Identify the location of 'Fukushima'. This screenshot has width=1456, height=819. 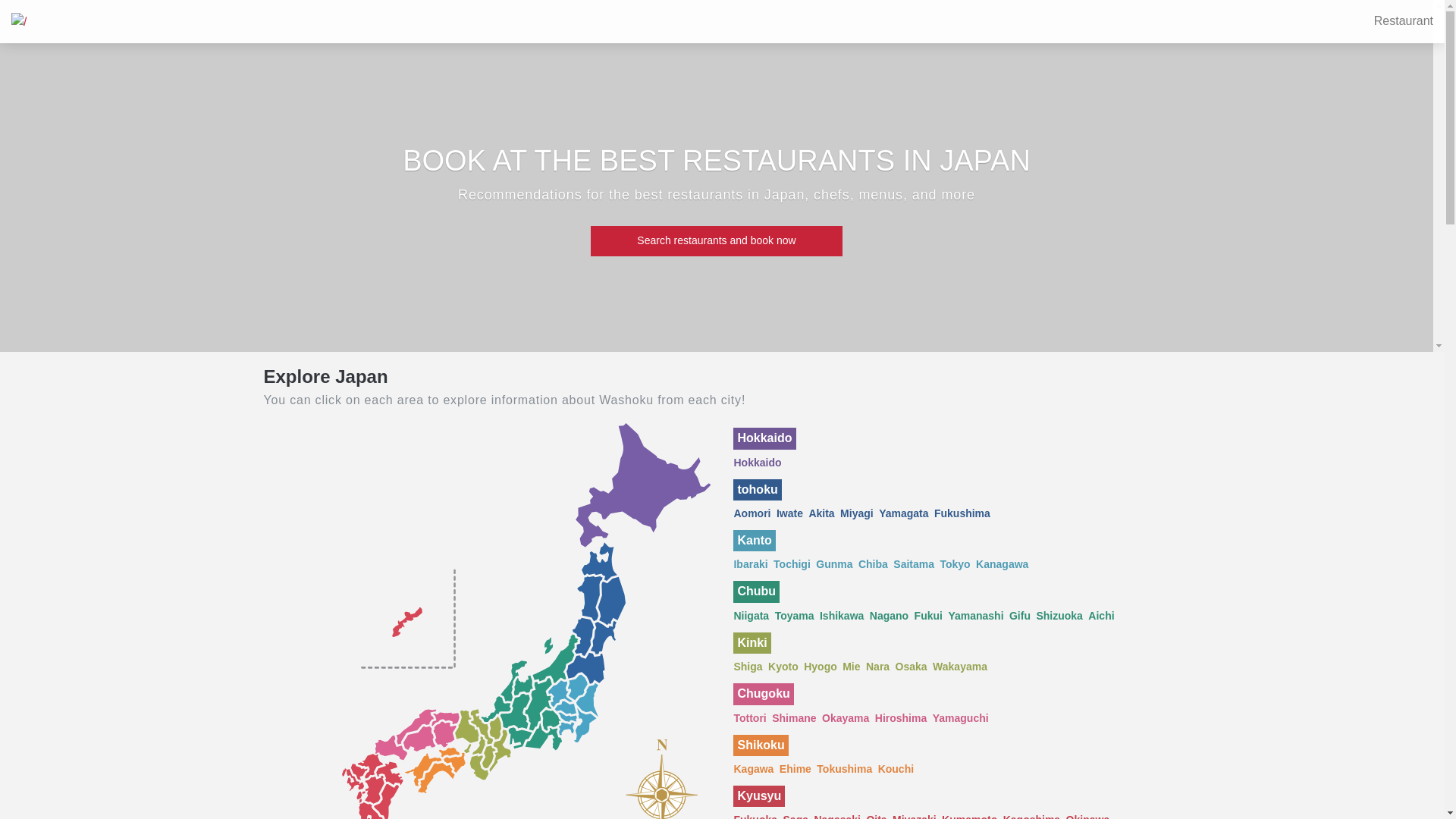
(961, 513).